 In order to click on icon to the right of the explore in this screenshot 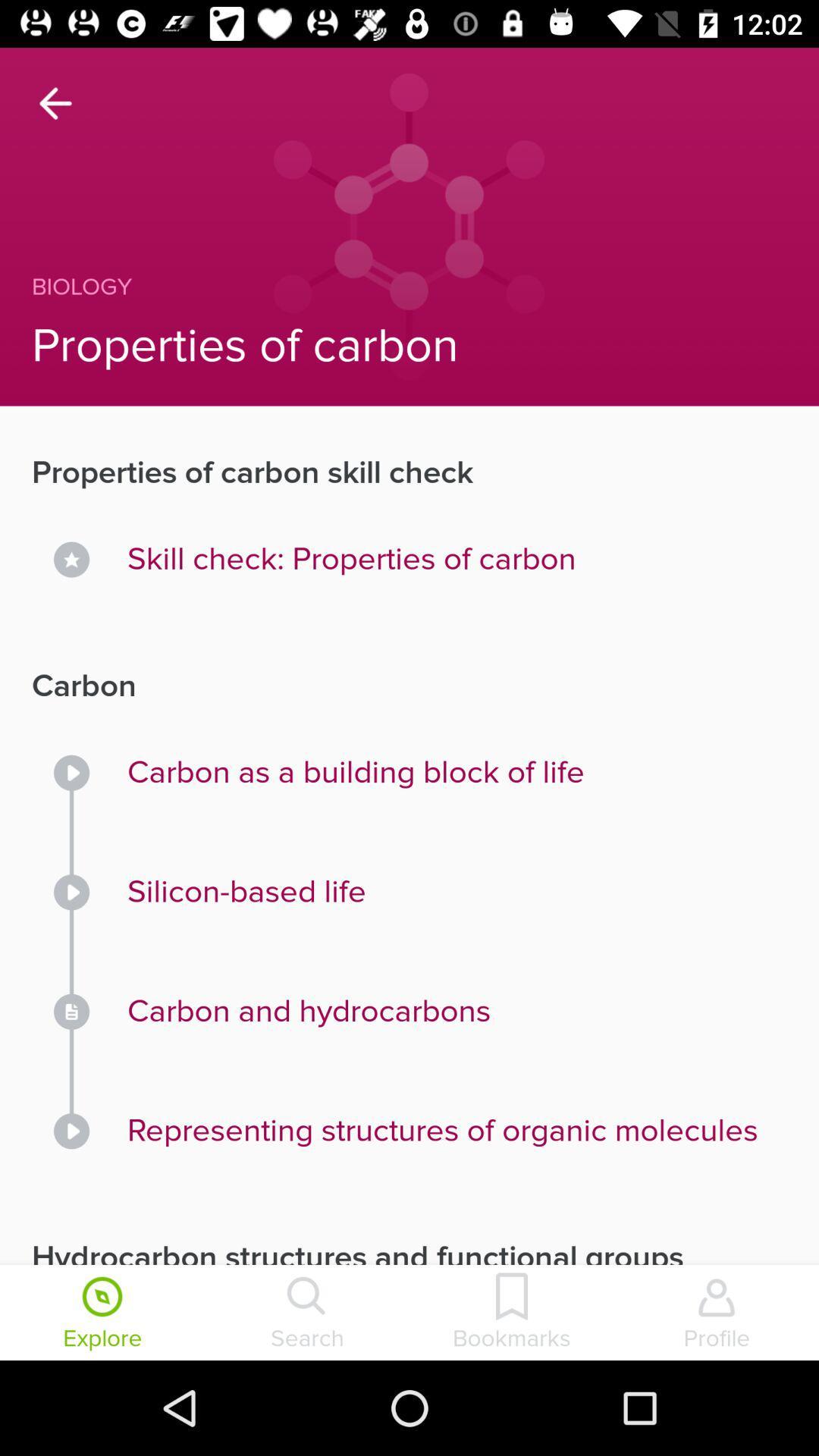, I will do `click(307, 1313)`.